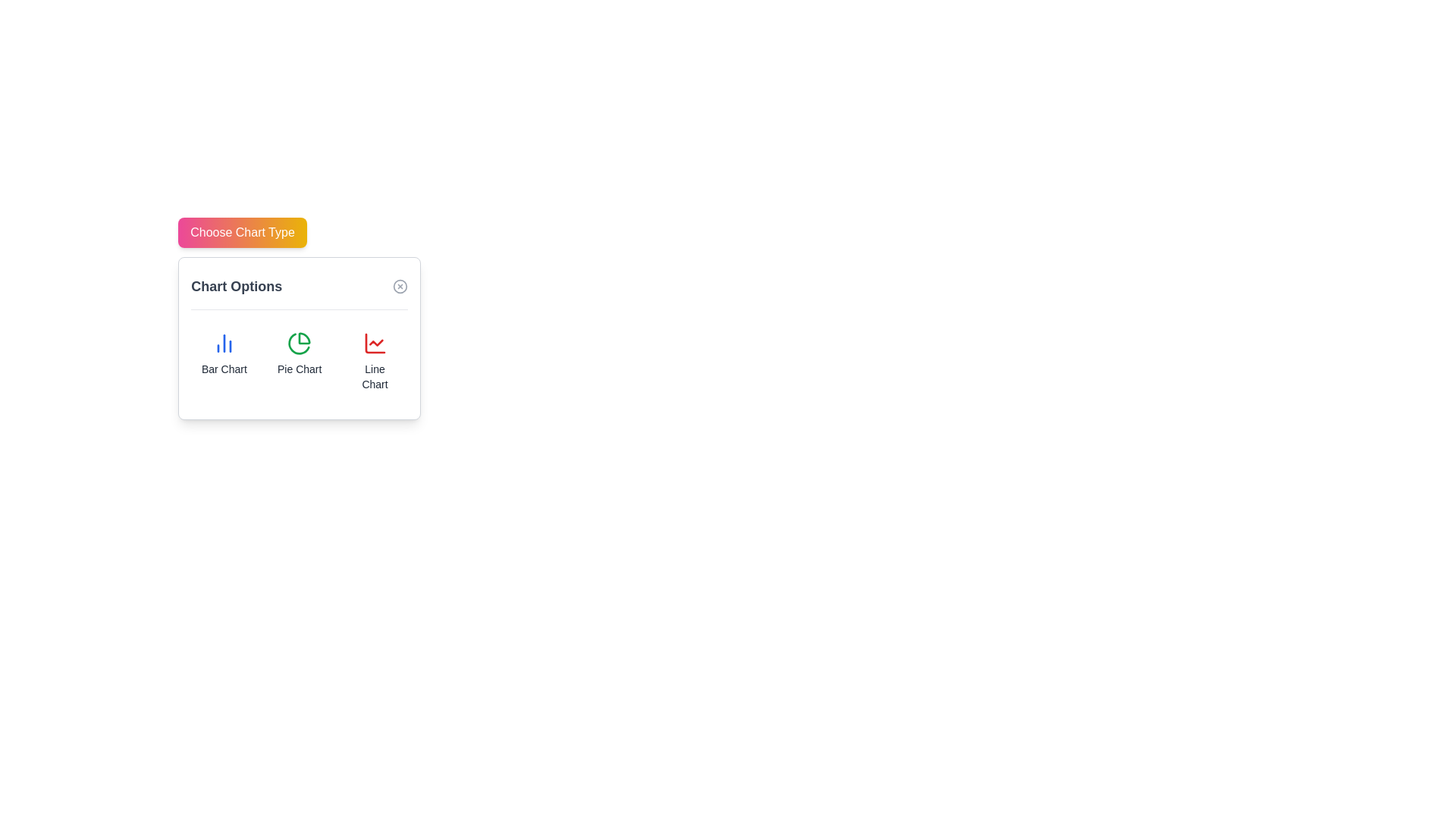 This screenshot has height=819, width=1456. Describe the element at coordinates (300, 362) in the screenshot. I see `the 'Pie Chart' button, which features a green pie chart icon and the label 'Pie Chart' below it, centrally aligned in the card labeled 'Chart Options'` at that location.